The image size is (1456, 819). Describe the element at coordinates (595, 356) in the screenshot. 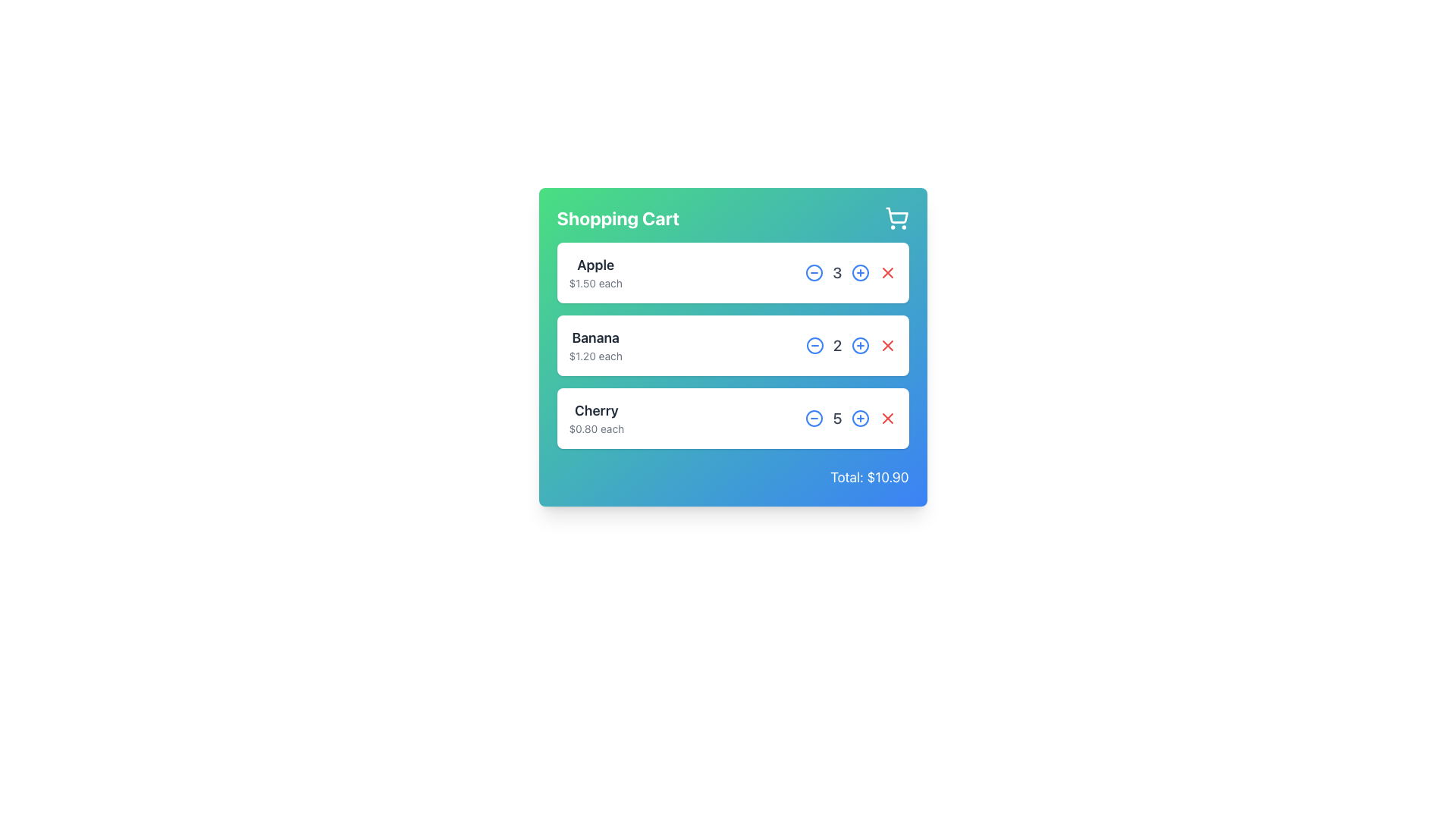

I see `the price display of '$1.20 each' located directly underneath the 'Banana' label in the shopping cart interface` at that location.